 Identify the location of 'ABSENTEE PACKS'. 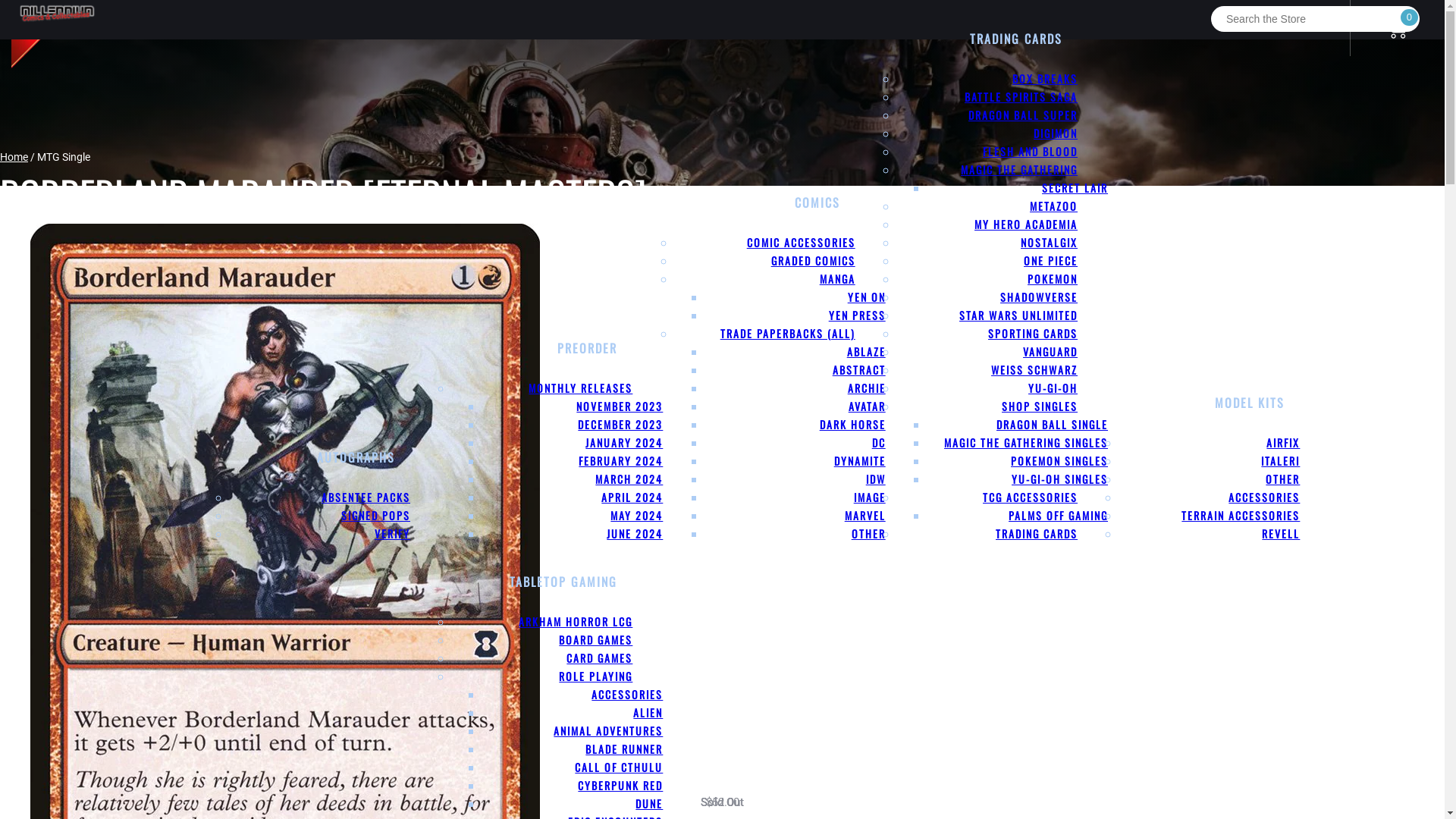
(366, 497).